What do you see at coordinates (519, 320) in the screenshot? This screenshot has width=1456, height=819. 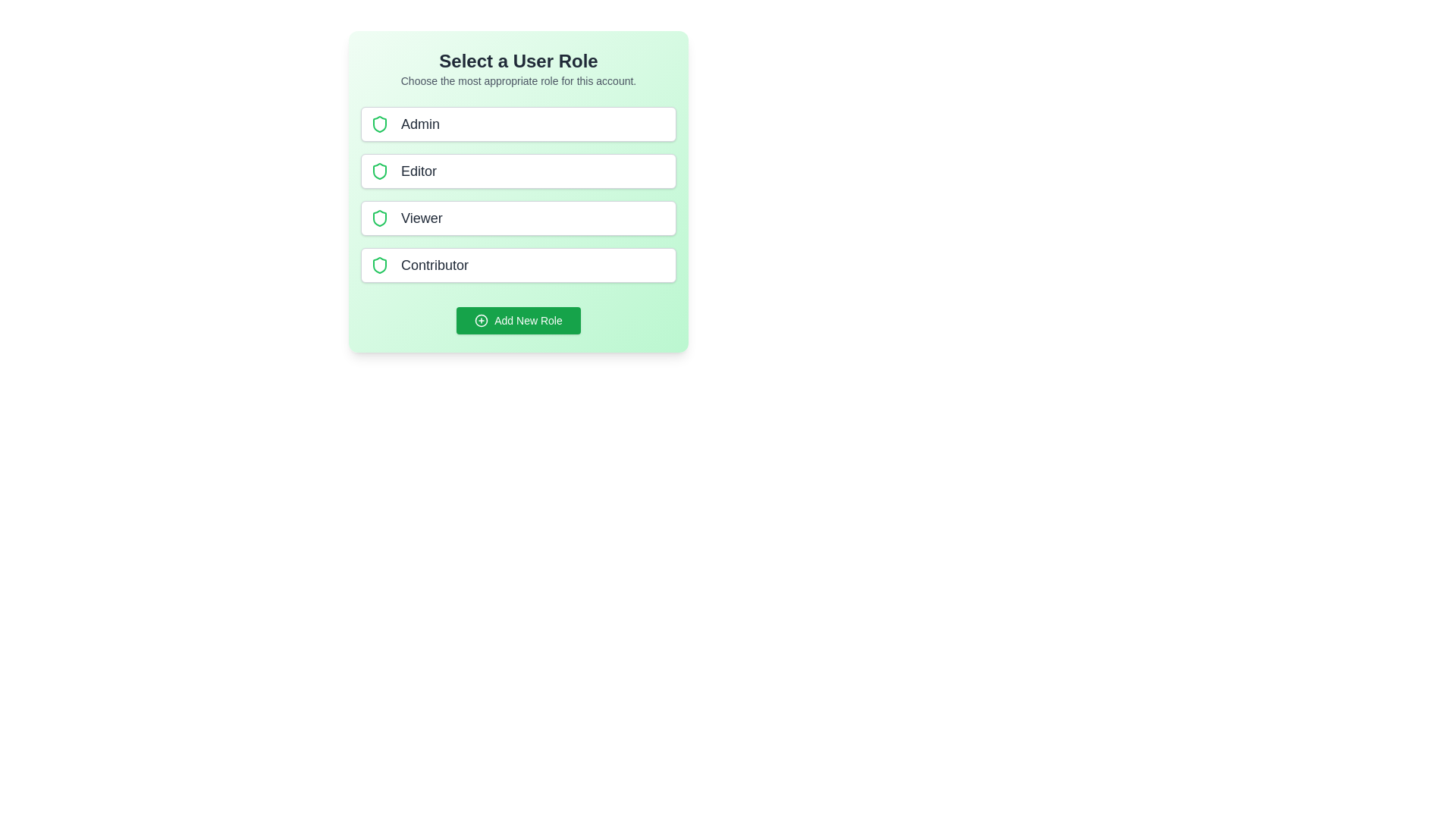 I see `the 'Add New Role' button` at bounding box center [519, 320].